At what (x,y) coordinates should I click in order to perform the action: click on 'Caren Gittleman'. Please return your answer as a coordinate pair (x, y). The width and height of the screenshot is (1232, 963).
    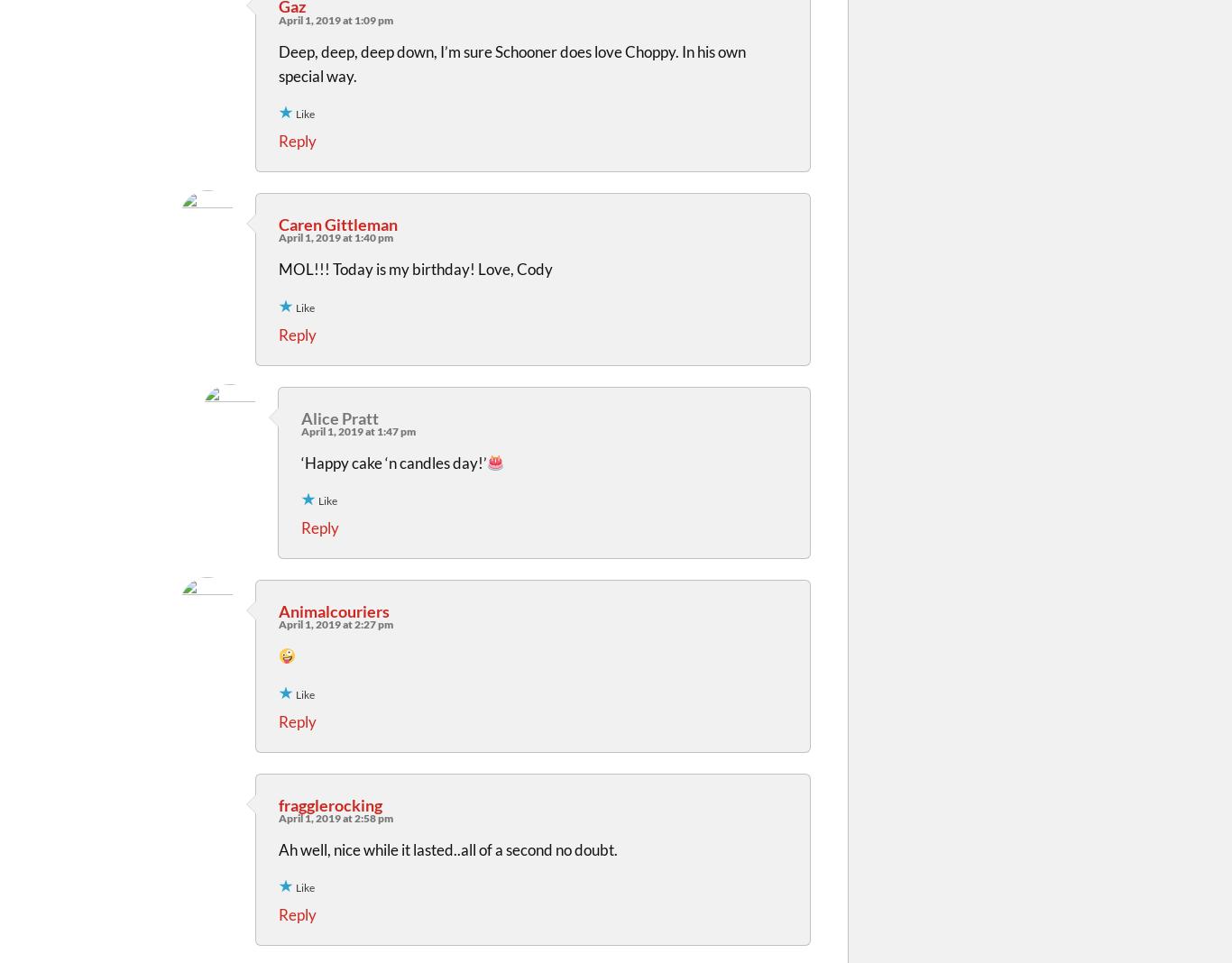
    Looking at the image, I should click on (336, 224).